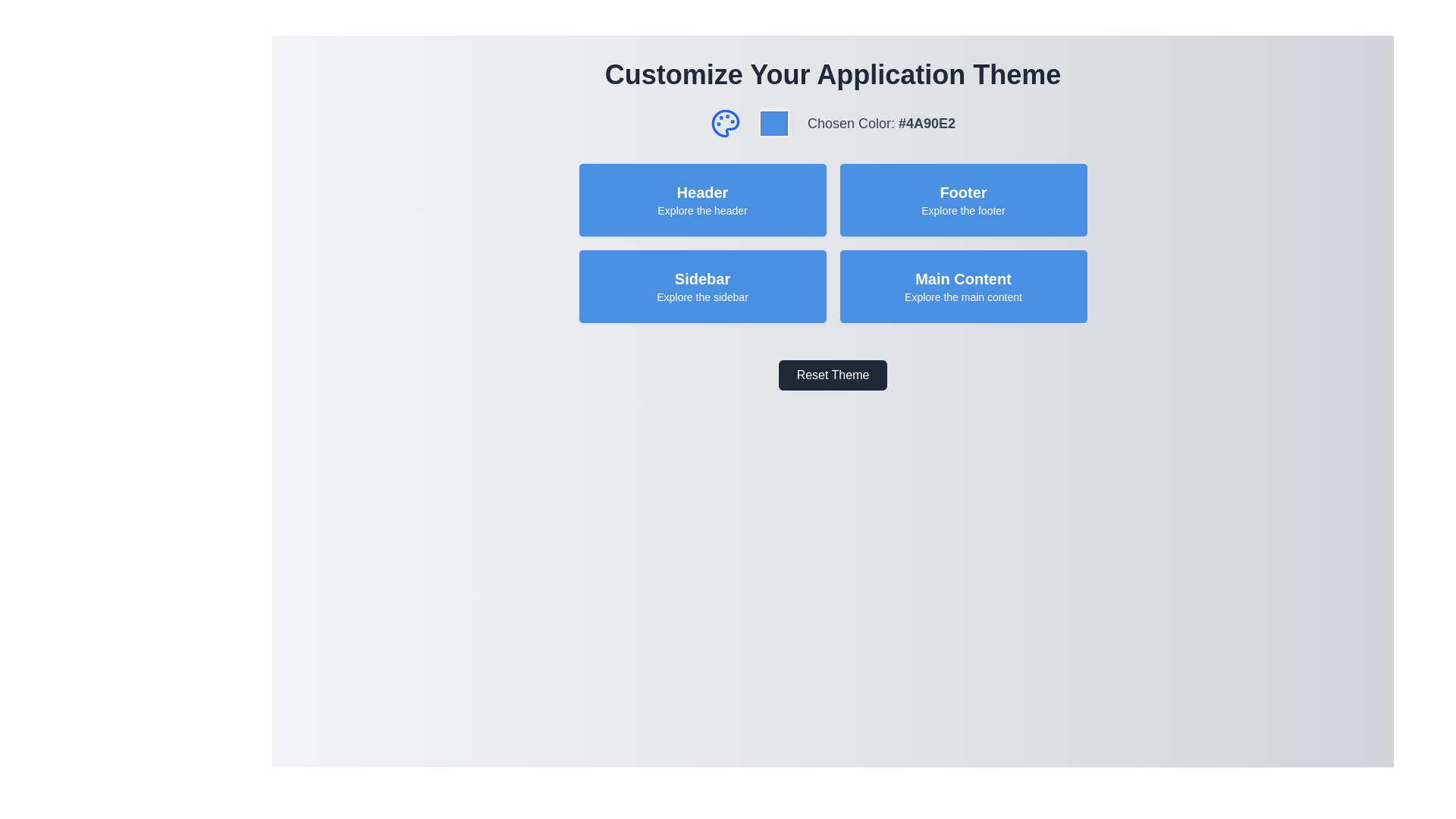 The image size is (1456, 819). What do you see at coordinates (962, 297) in the screenshot?
I see `the static text label displaying 'Explore the main content', which is located below the 'Main Content' label in the blue rectangular section` at bounding box center [962, 297].